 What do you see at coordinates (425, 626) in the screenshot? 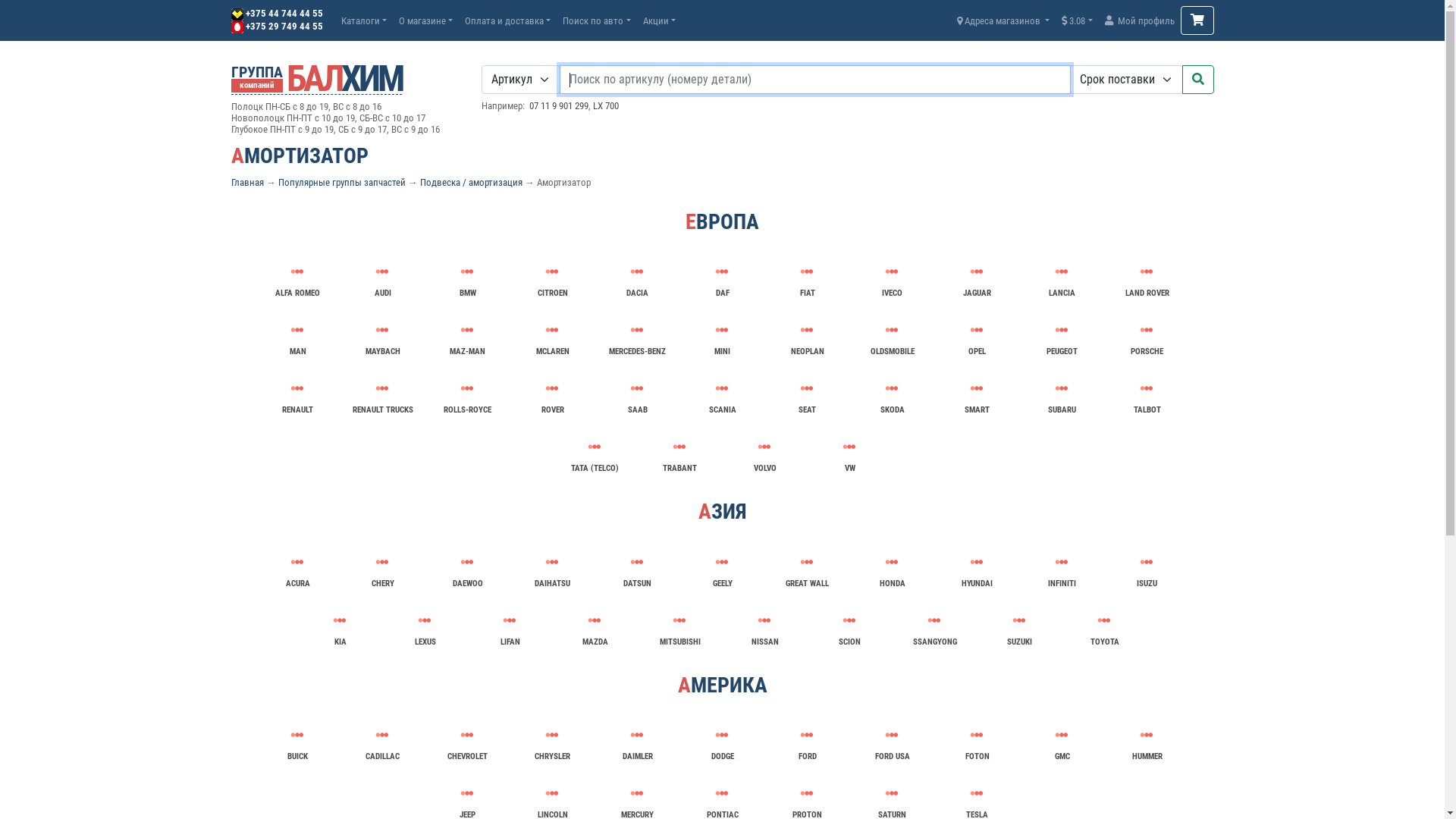
I see `'LEXUS'` at bounding box center [425, 626].